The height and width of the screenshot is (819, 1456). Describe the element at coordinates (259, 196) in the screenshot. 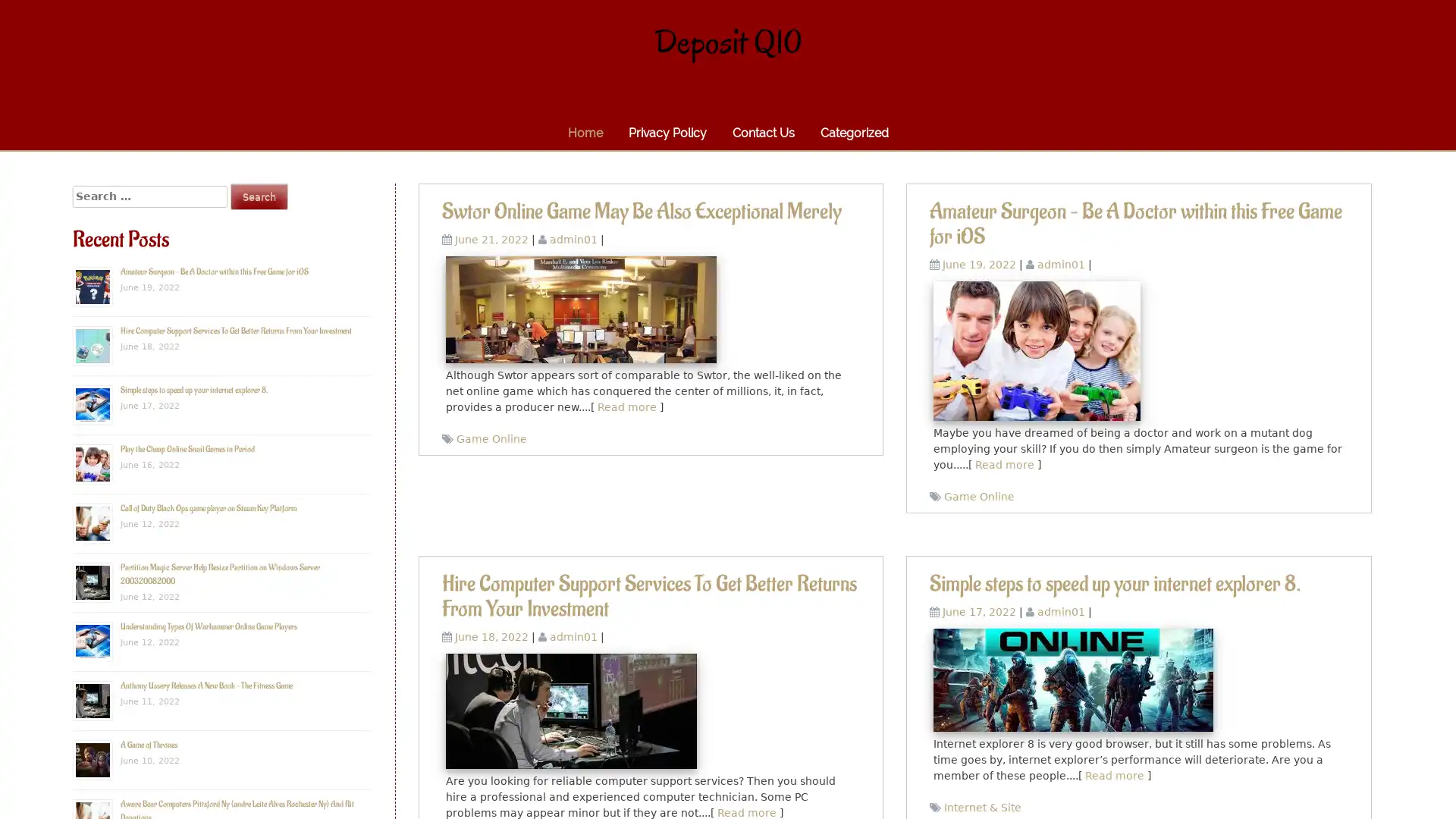

I see `Search` at that location.